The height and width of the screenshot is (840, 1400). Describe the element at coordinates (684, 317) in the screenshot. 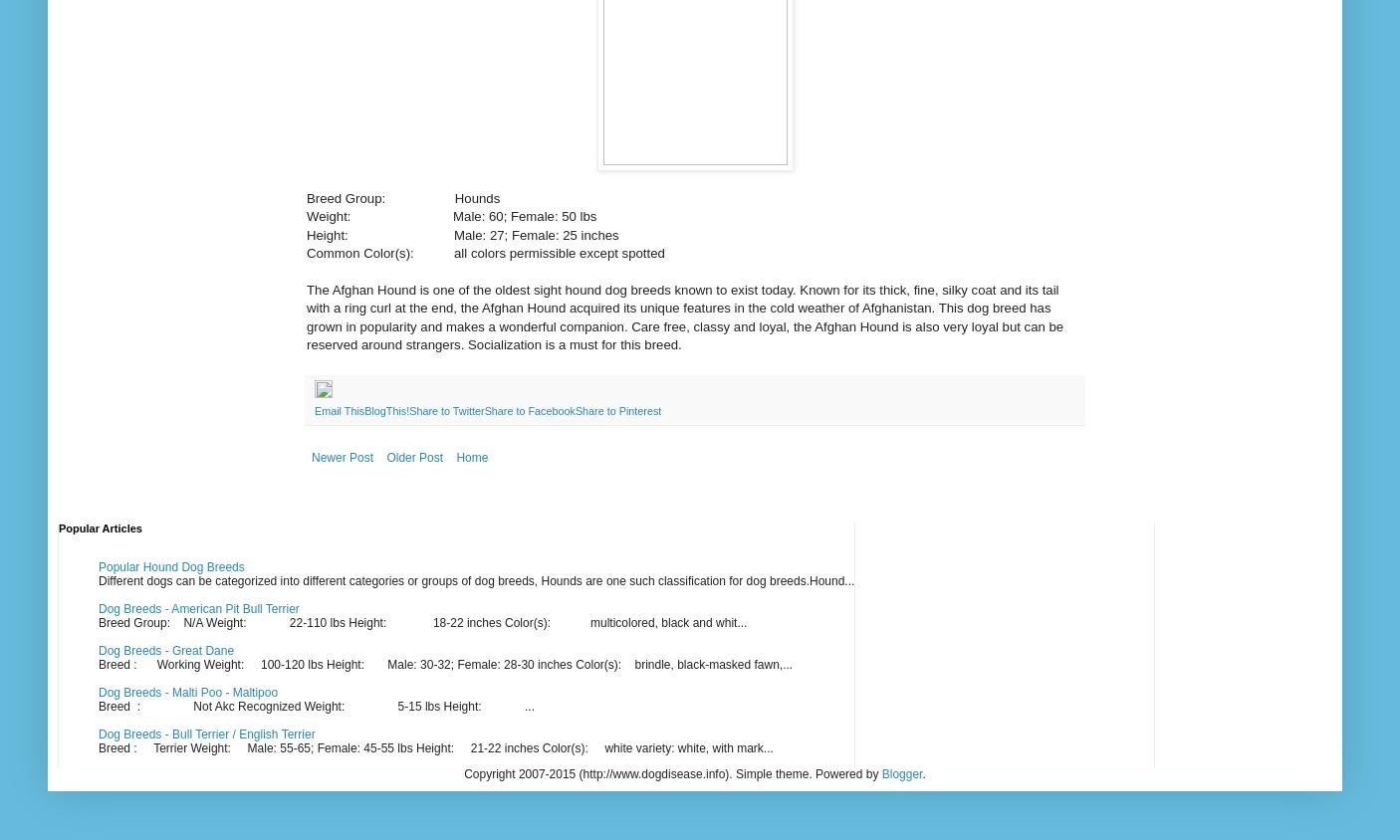

I see `'The Afghan Hound is one of the oldest sight hound dog breeds known to exist today. Known for its thick, fine, silky coat and its tail with a ring curl at the end, the Afghan Hound acquired its unique features in the cold weather of Afghanistan. This dog breed has grown in popularity and makes a wonderful companion. Care free, classy and loyal, the Afghan Hound is also very loyal but can be reserved around strangers. Socialization is a must for this breed.'` at that location.